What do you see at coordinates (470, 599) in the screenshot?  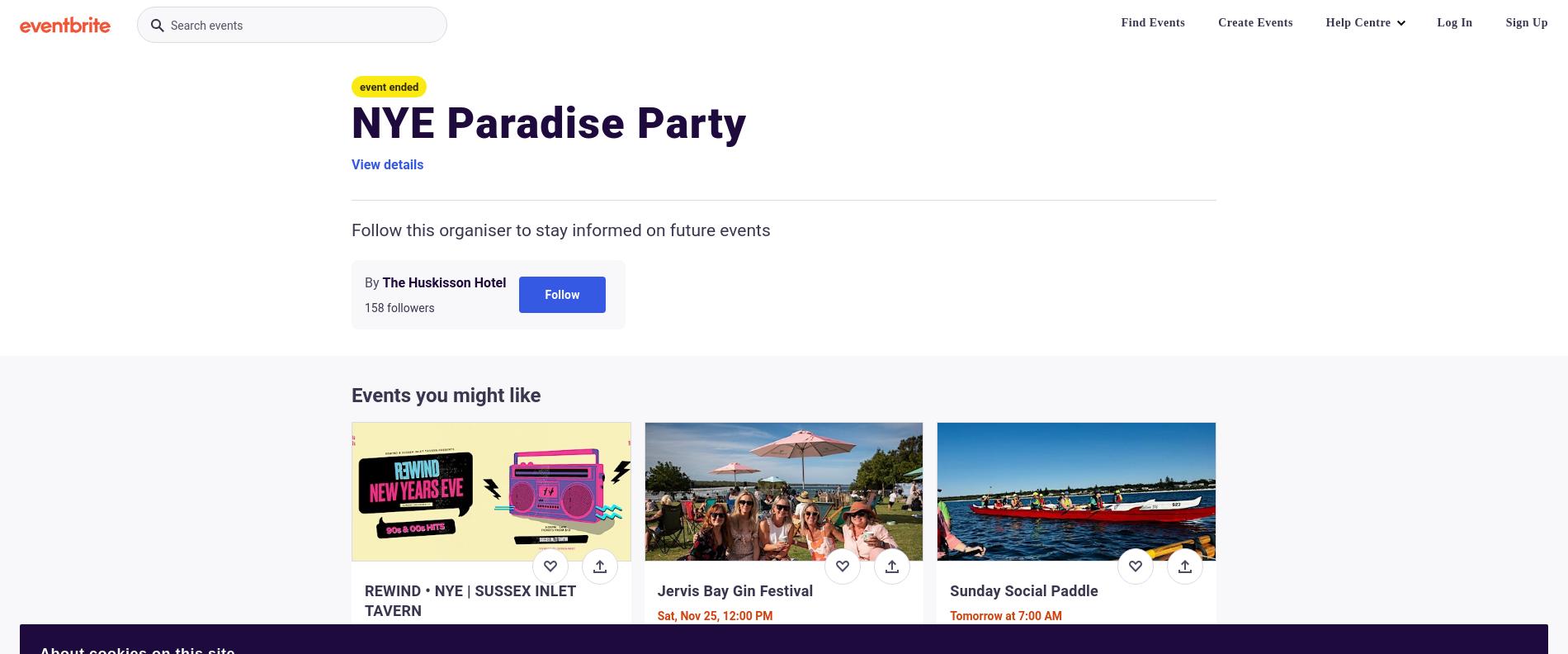 I see `'REWIND • NYE | SUSSEX INLET TAVERN'` at bounding box center [470, 599].